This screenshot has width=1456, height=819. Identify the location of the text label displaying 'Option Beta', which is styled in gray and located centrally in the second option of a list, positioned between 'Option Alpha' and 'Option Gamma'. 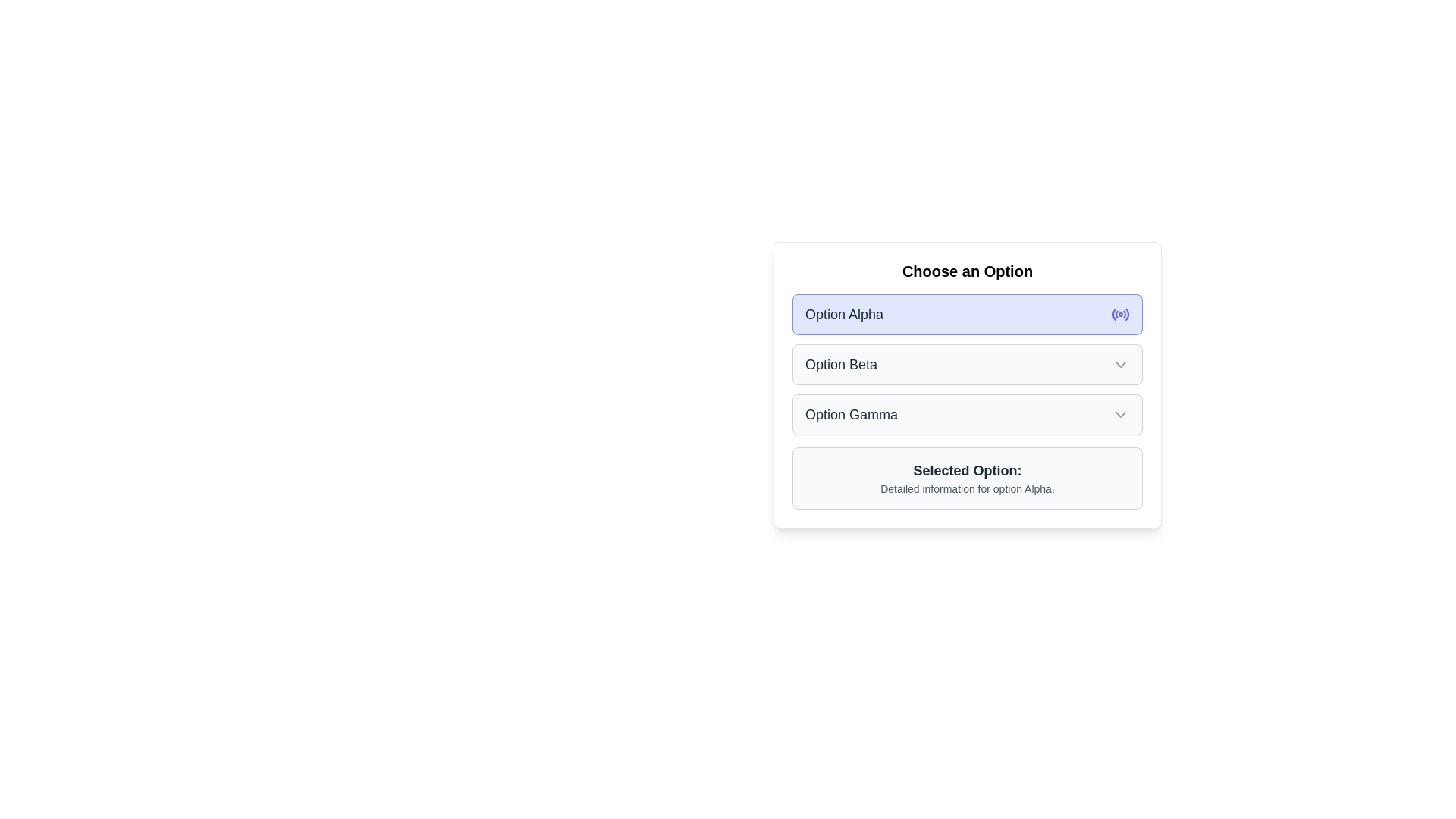
(840, 365).